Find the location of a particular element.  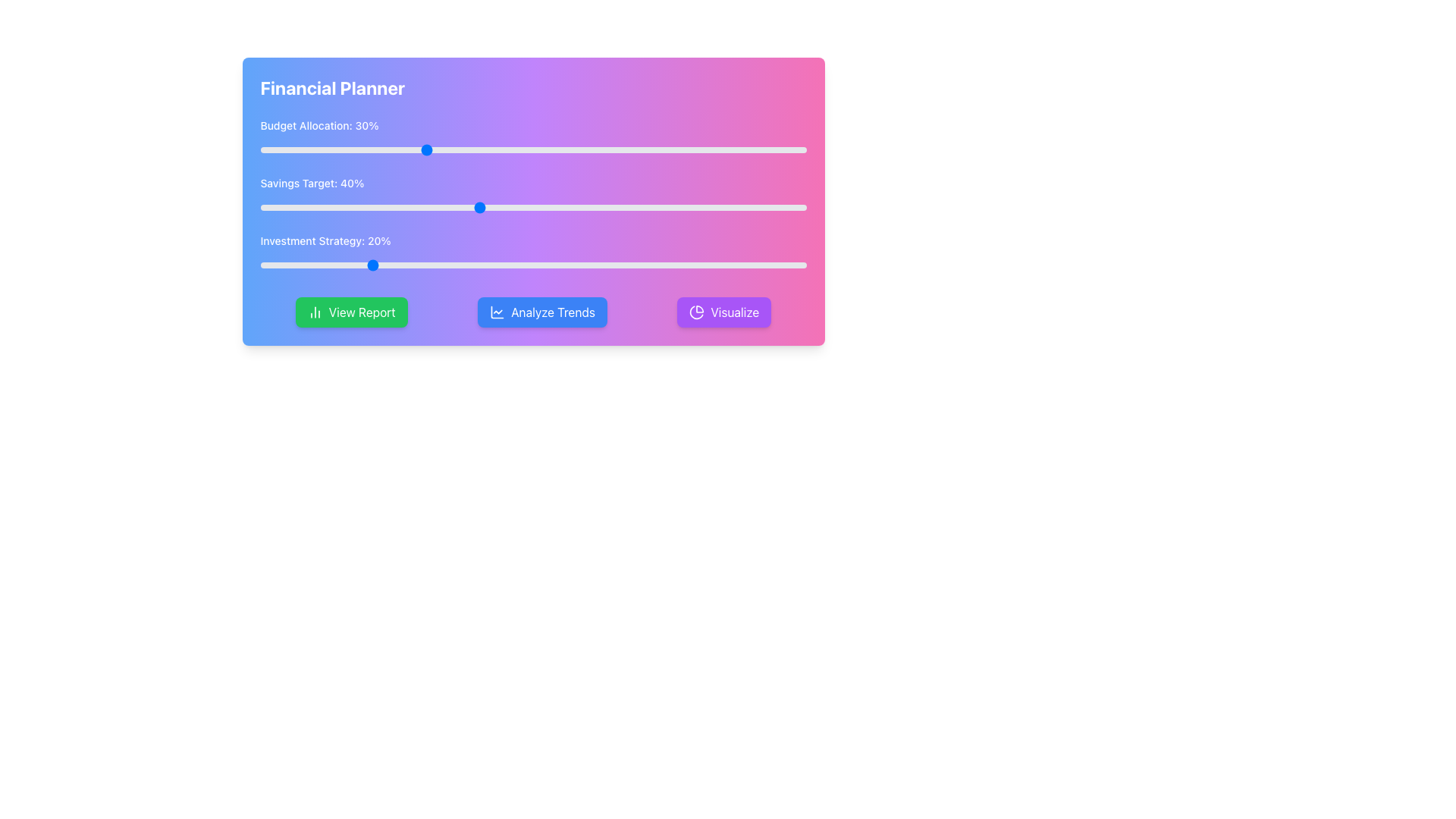

the slider value is located at coordinates (598, 149).